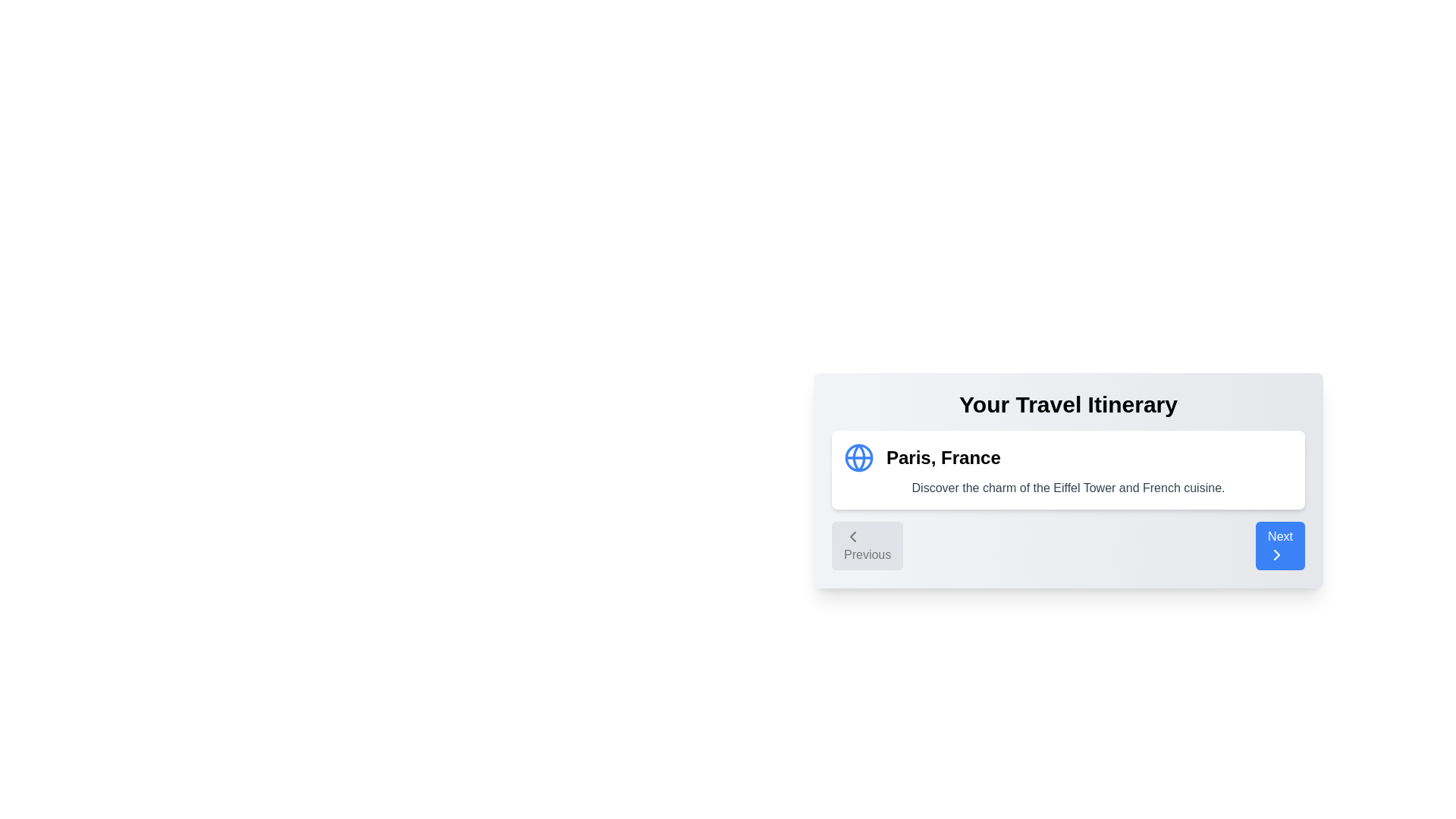 The height and width of the screenshot is (819, 1456). I want to click on the chevron icon indicating forward navigation within the 'Next' button, located at the bottom-right corner of the main content area, so click(1276, 555).